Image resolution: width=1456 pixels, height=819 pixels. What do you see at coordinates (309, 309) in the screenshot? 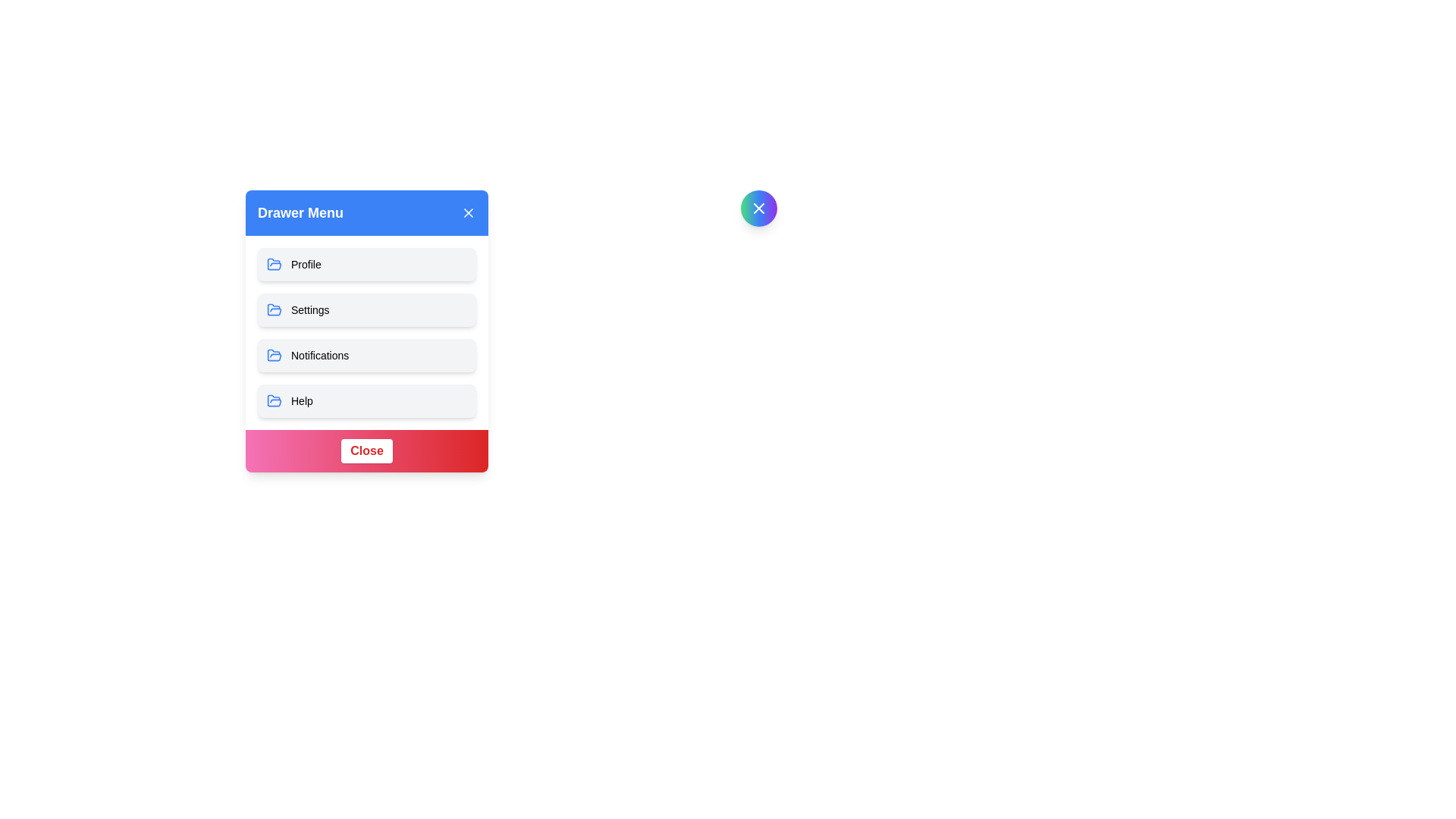
I see `the 'Settings' text label which is positioned in the second option of a vertical list in a drawer-style menu, below 'Profile' and above 'Notifications'` at bounding box center [309, 309].